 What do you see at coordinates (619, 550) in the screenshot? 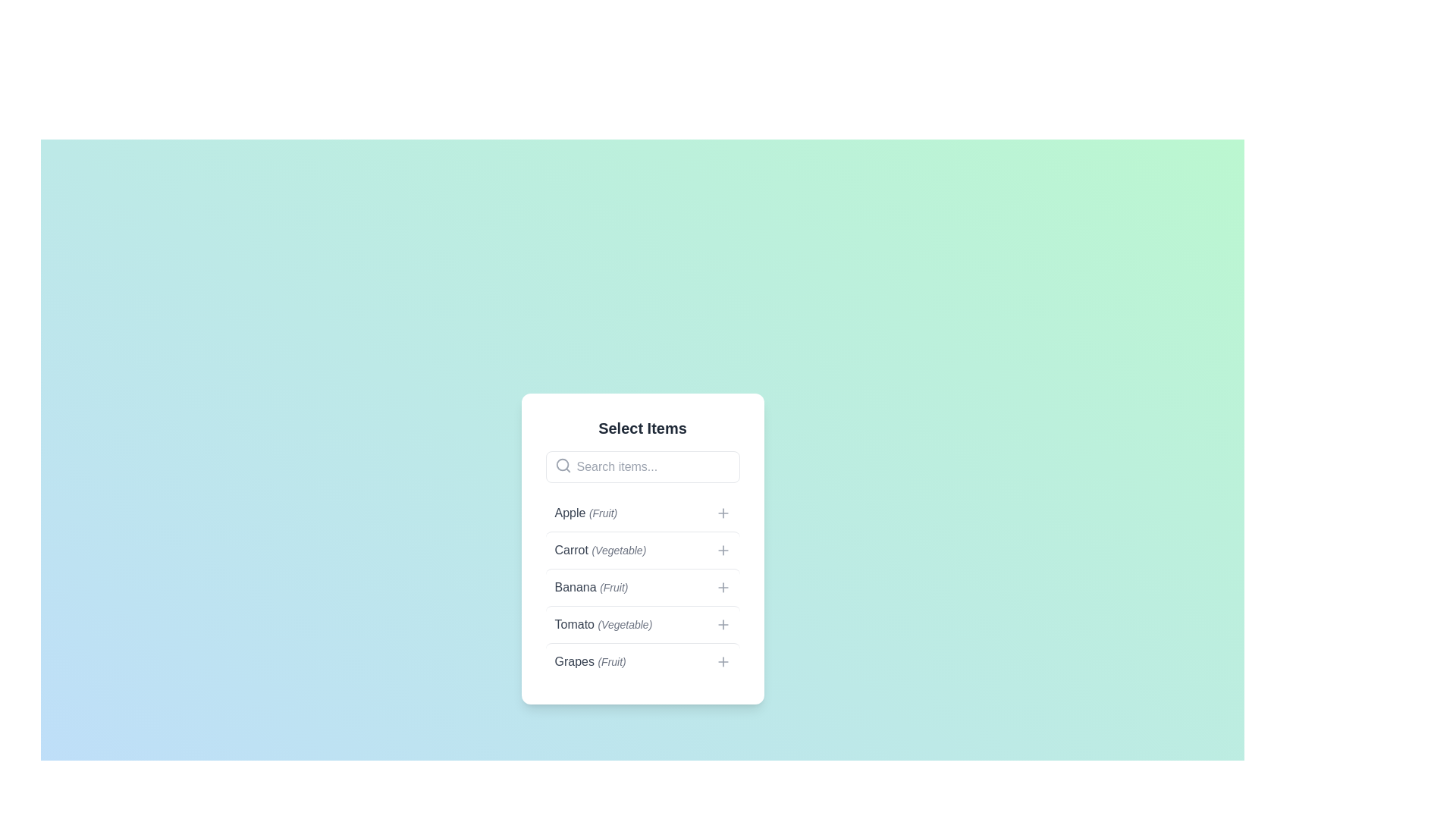
I see `the text label that indicates 'Carrot' belongs to the 'Vegetable' category, positioned within the list item labeled 'Carrot (Vegetable)'` at bounding box center [619, 550].